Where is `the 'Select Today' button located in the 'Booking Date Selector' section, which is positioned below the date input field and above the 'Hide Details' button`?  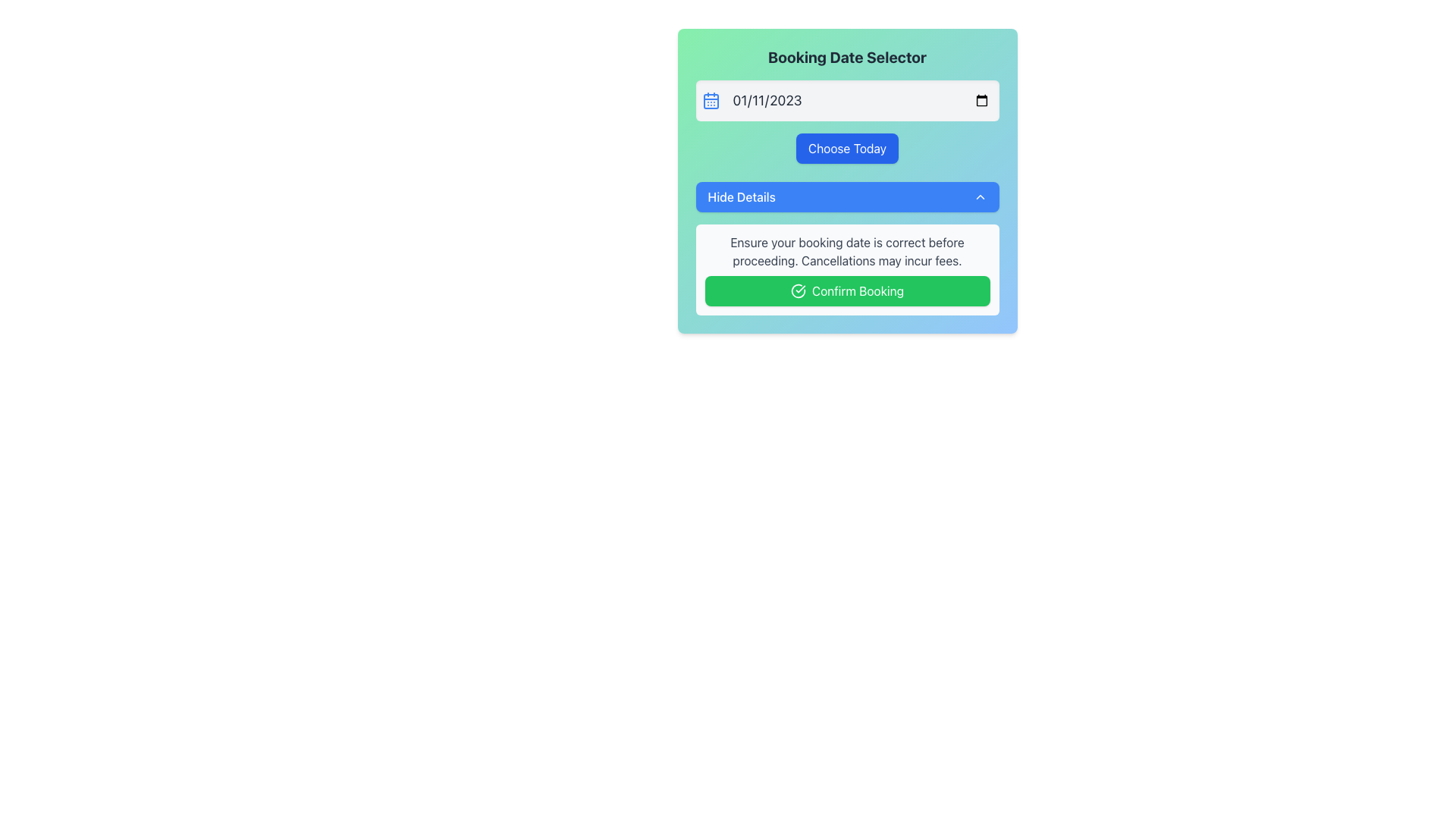
the 'Select Today' button located in the 'Booking Date Selector' section, which is positioned below the date input field and above the 'Hide Details' button is located at coordinates (846, 149).